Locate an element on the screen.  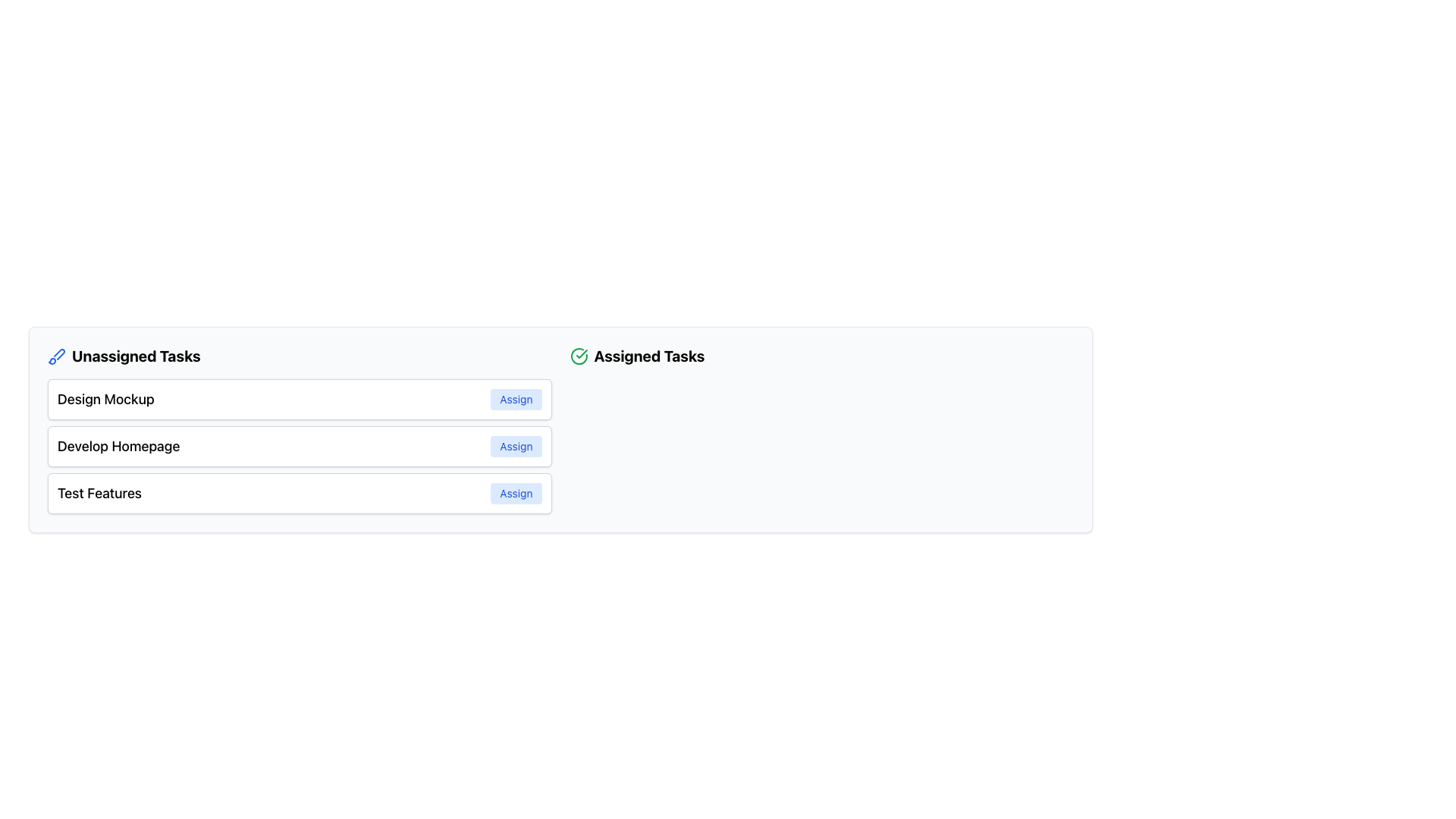
the button located to the right of the 'Develop Homepage' label is located at coordinates (516, 446).